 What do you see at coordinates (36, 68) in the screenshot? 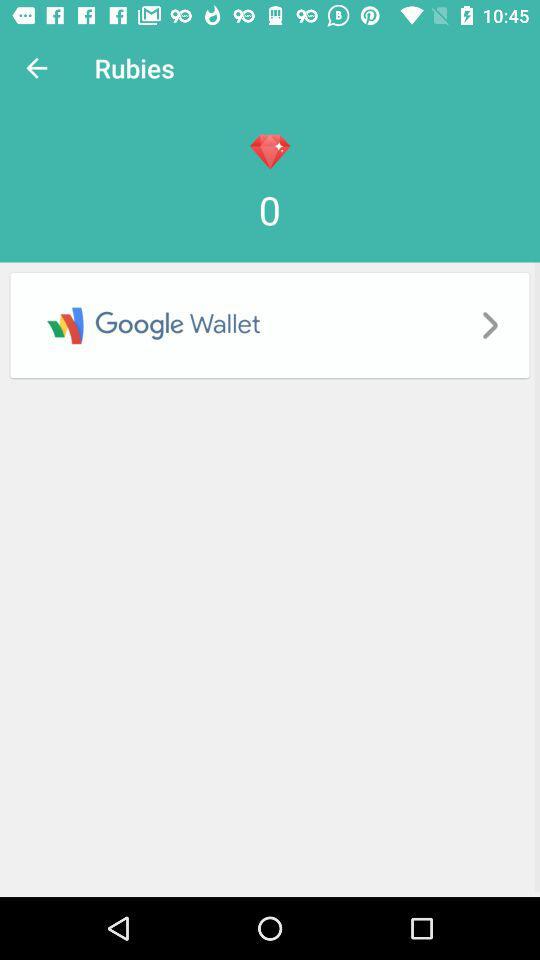
I see `item to the left of rubies` at bounding box center [36, 68].